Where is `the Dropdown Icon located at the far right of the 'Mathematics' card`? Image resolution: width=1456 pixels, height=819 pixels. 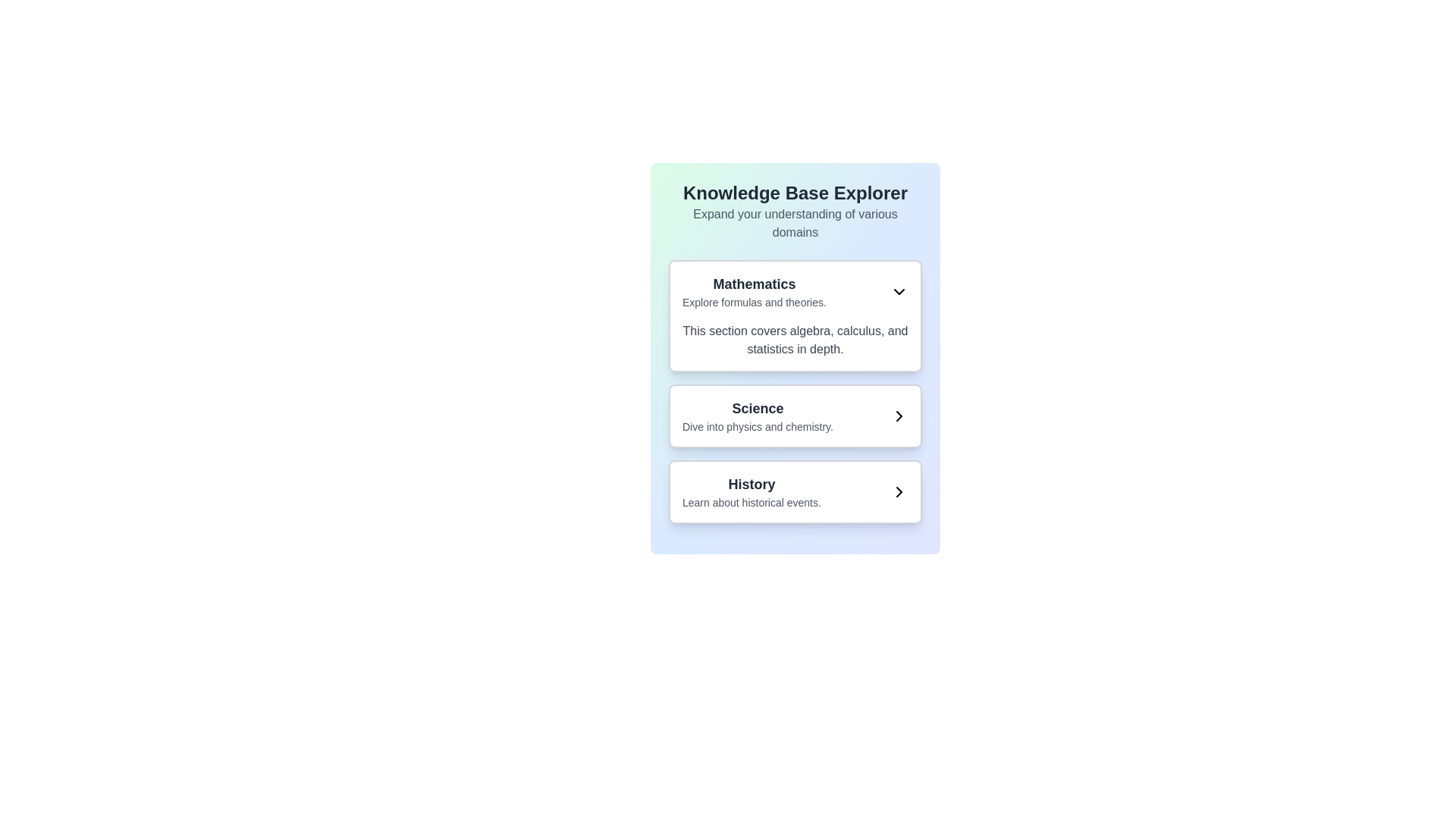 the Dropdown Icon located at the far right of the 'Mathematics' card is located at coordinates (899, 292).